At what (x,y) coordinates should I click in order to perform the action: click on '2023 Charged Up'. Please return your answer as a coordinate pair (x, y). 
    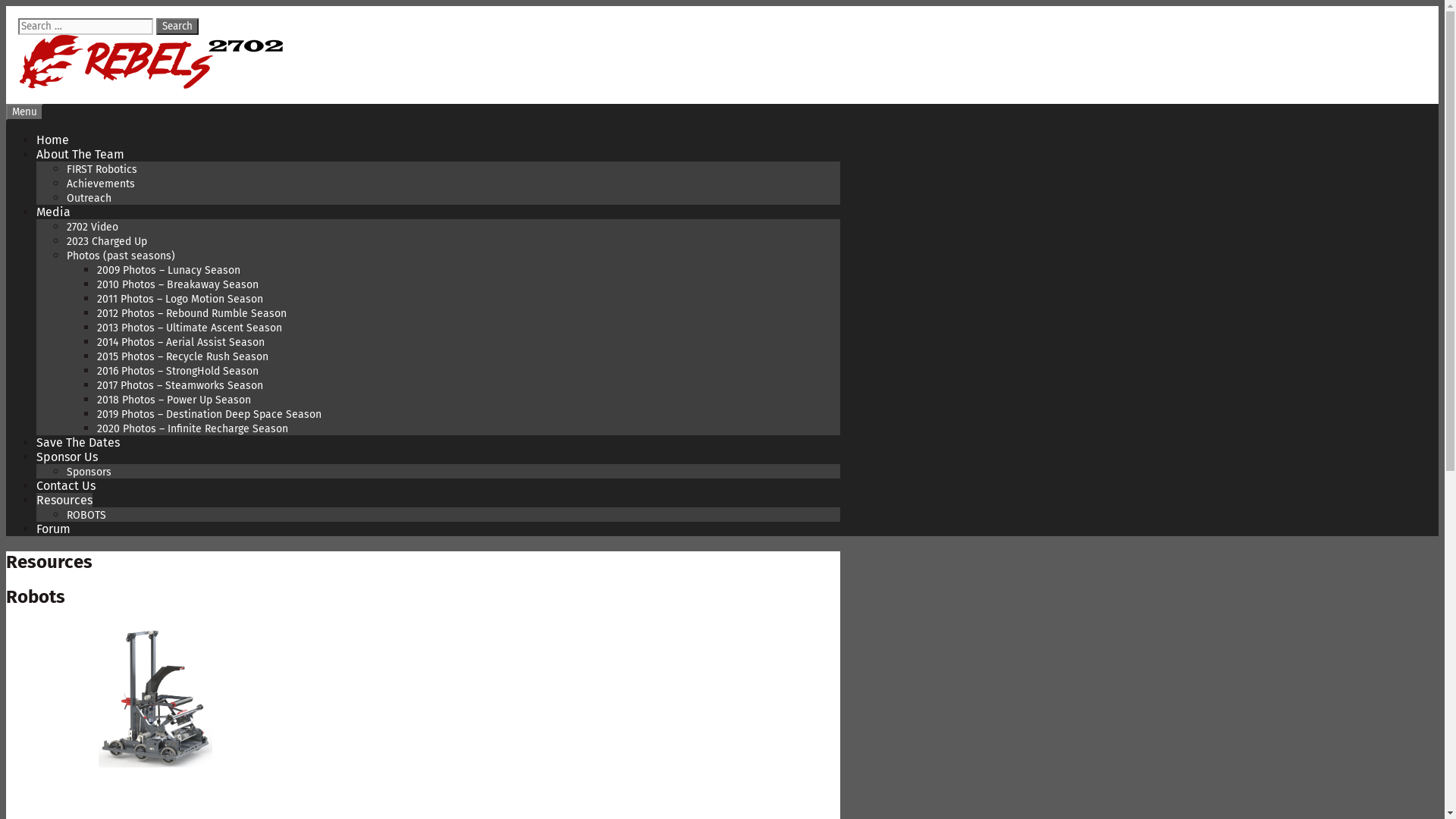
    Looking at the image, I should click on (105, 240).